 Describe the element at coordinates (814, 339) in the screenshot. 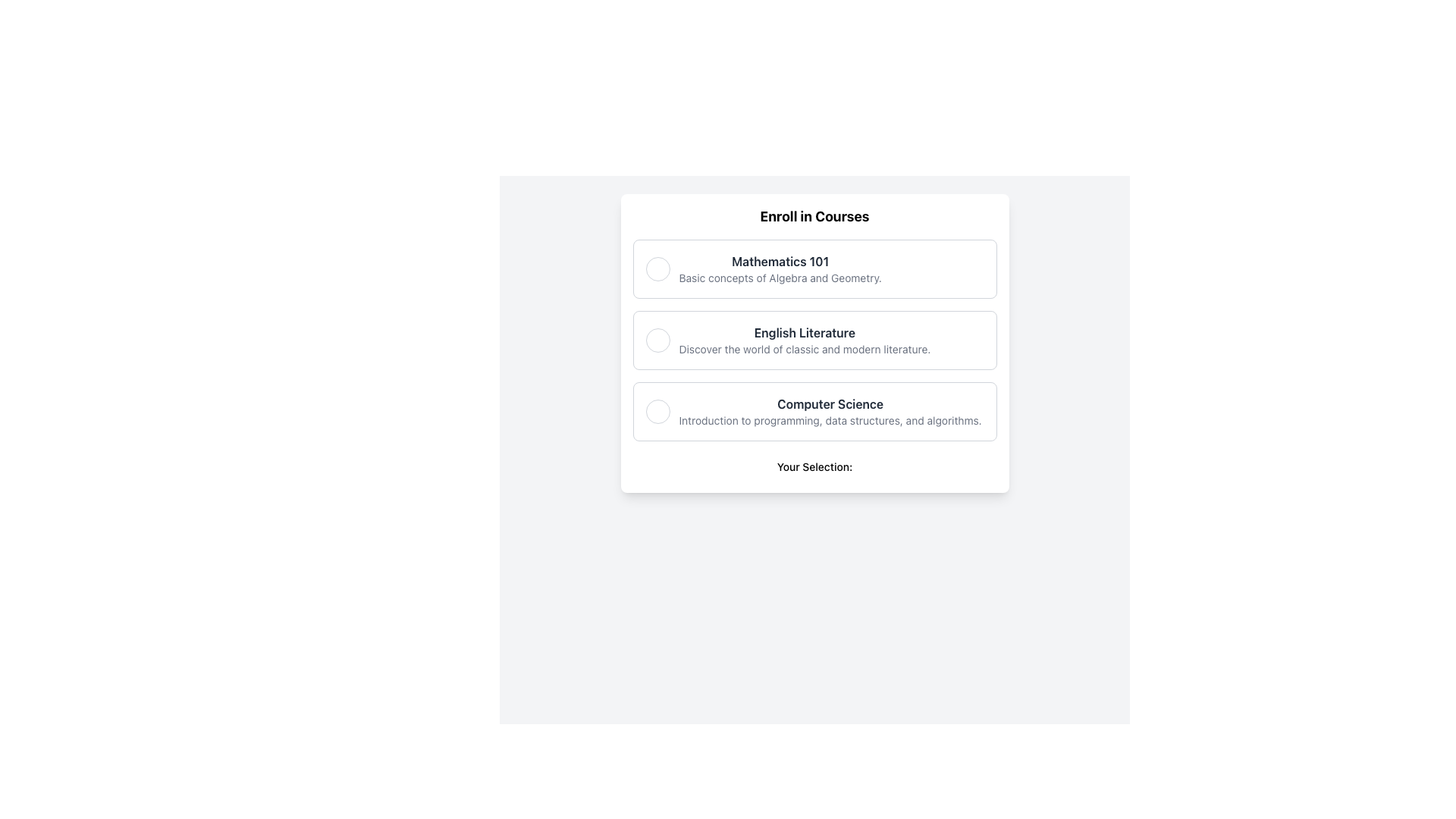

I see `the 'English Literature' course option card` at that location.